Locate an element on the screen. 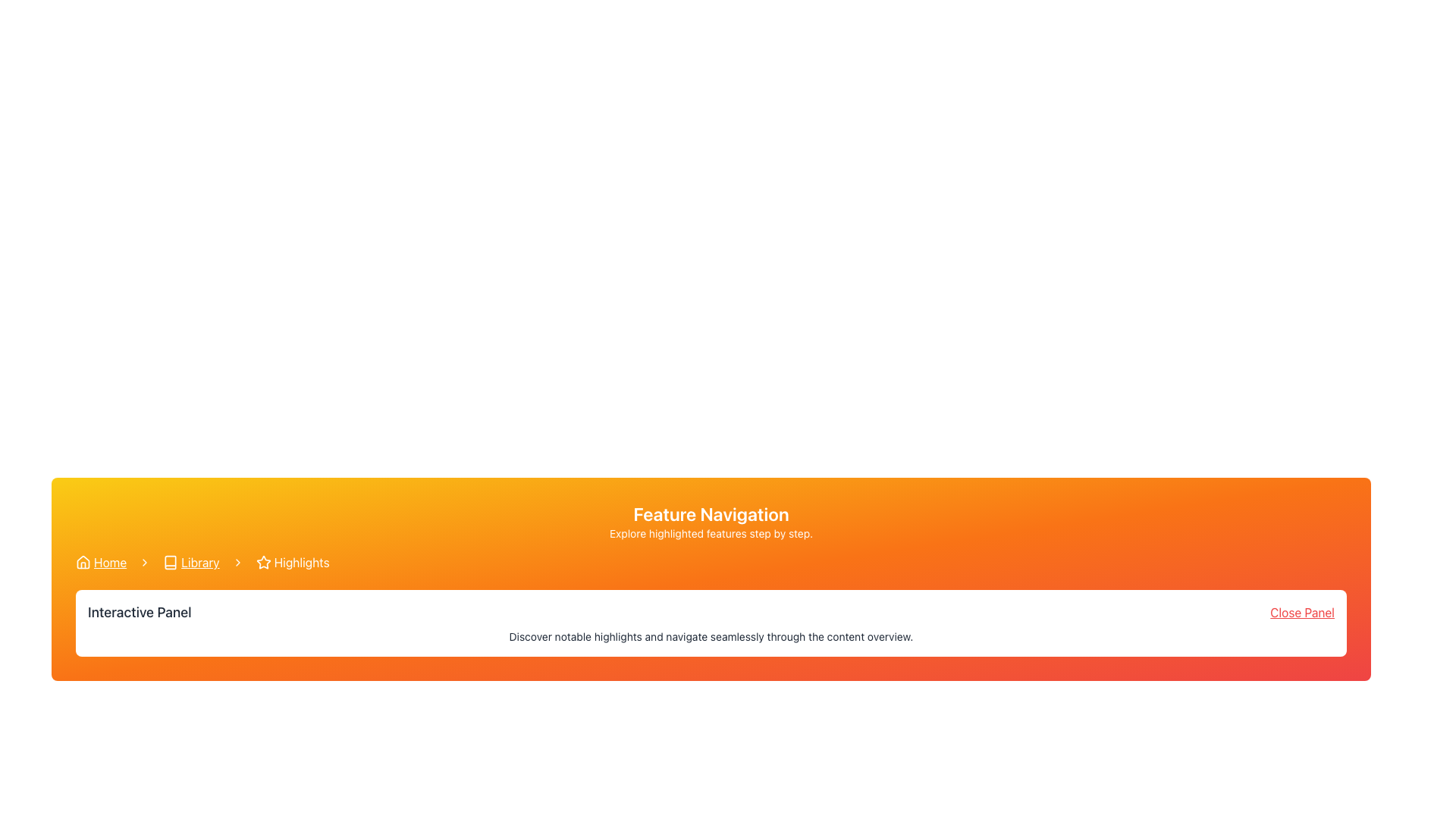 This screenshot has width=1456, height=819. the house icon in the breadcrumb navigation bar is located at coordinates (83, 562).